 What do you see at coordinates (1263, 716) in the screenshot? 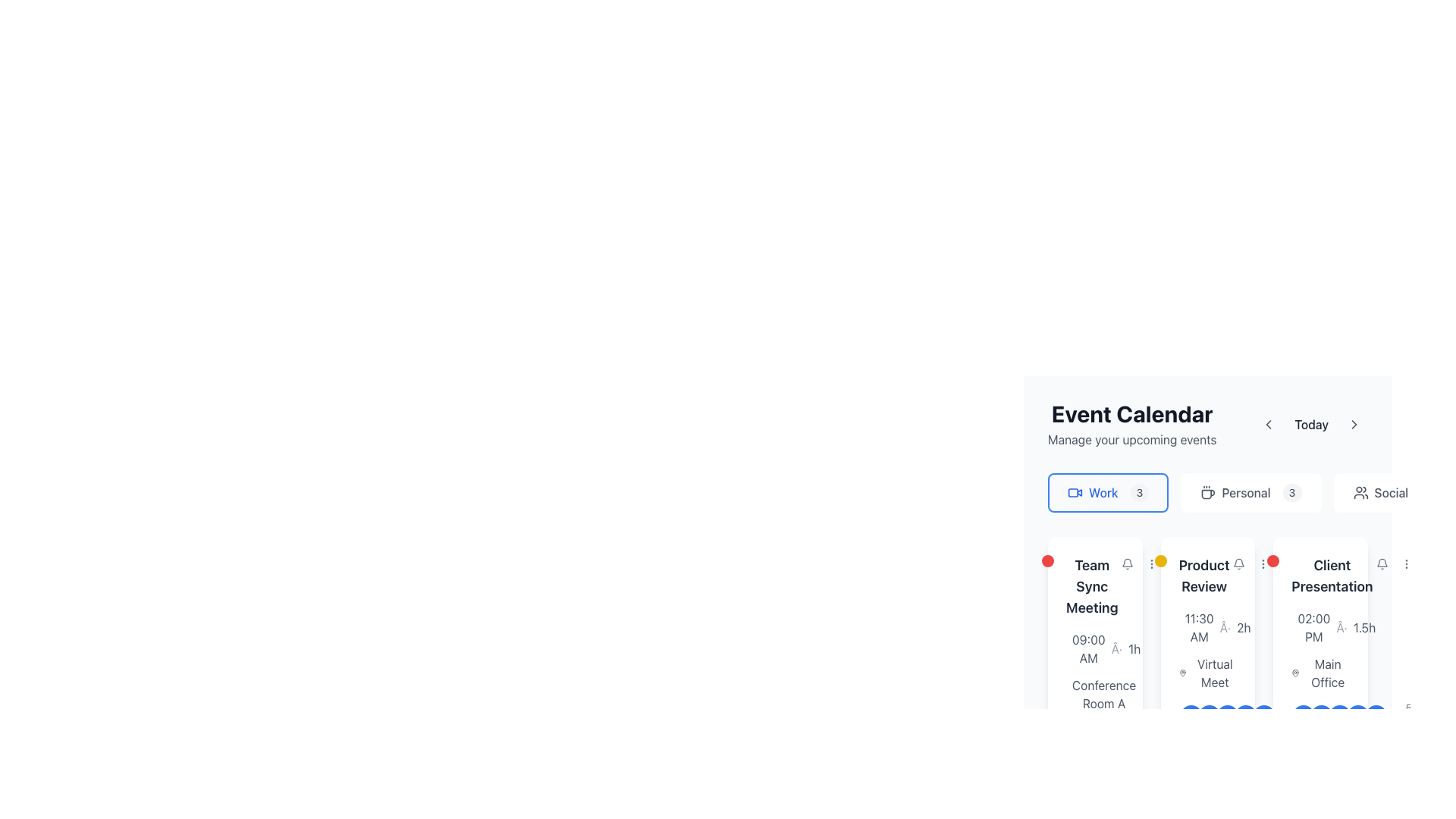
I see `Participant identifier badge element, which is a circular badge with a gradient blue background and the letter 'E' in white, located in the lower section of the Event Calendar panel` at bounding box center [1263, 716].